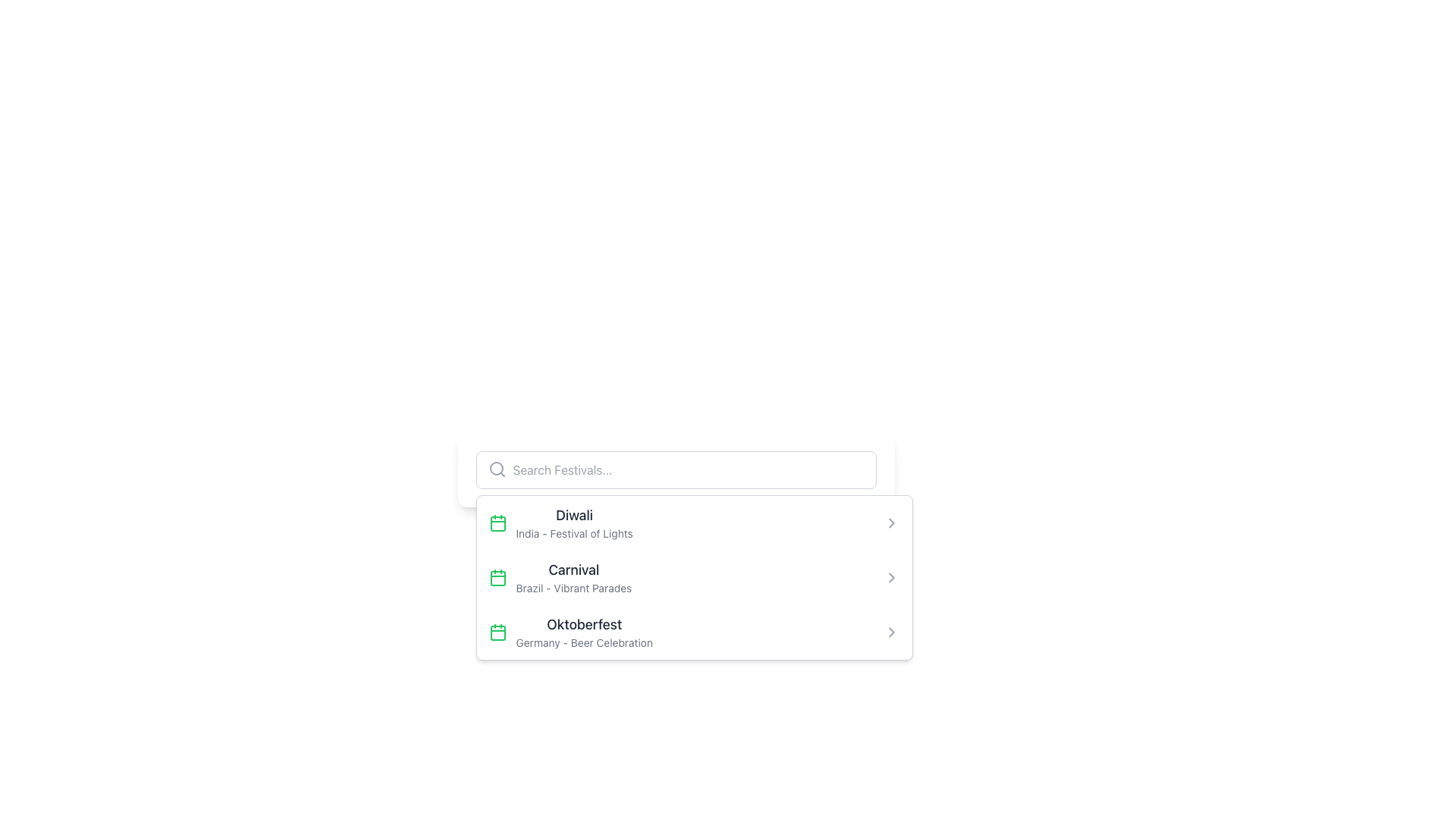 The image size is (1456, 819). Describe the element at coordinates (497, 632) in the screenshot. I see `the calendar icon component next to the 'Oktoberfest' entry in the list to interact with the surrounding list item` at that location.